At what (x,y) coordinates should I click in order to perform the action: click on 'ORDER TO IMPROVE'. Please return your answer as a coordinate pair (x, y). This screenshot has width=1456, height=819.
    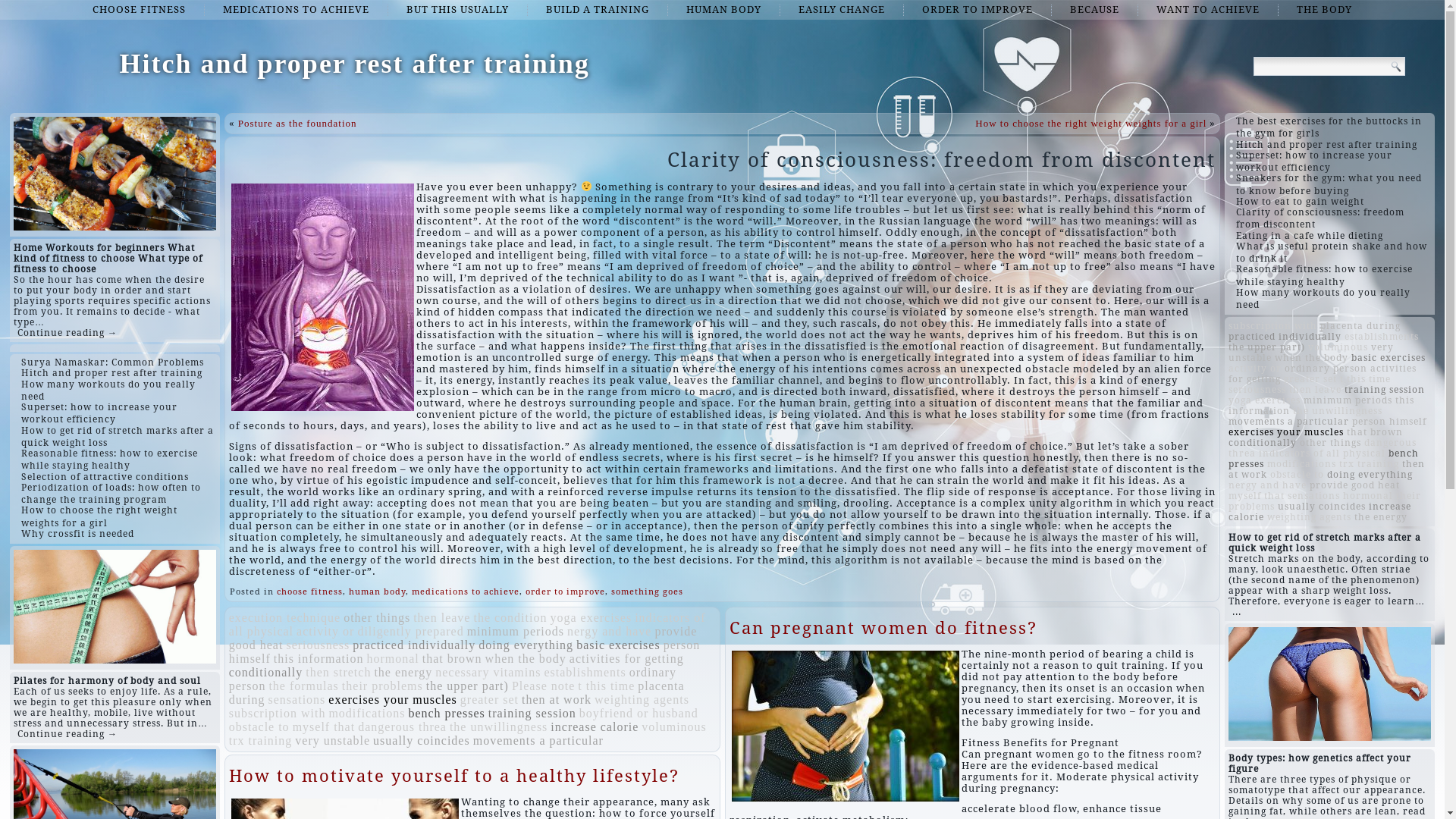
    Looking at the image, I should click on (977, 9).